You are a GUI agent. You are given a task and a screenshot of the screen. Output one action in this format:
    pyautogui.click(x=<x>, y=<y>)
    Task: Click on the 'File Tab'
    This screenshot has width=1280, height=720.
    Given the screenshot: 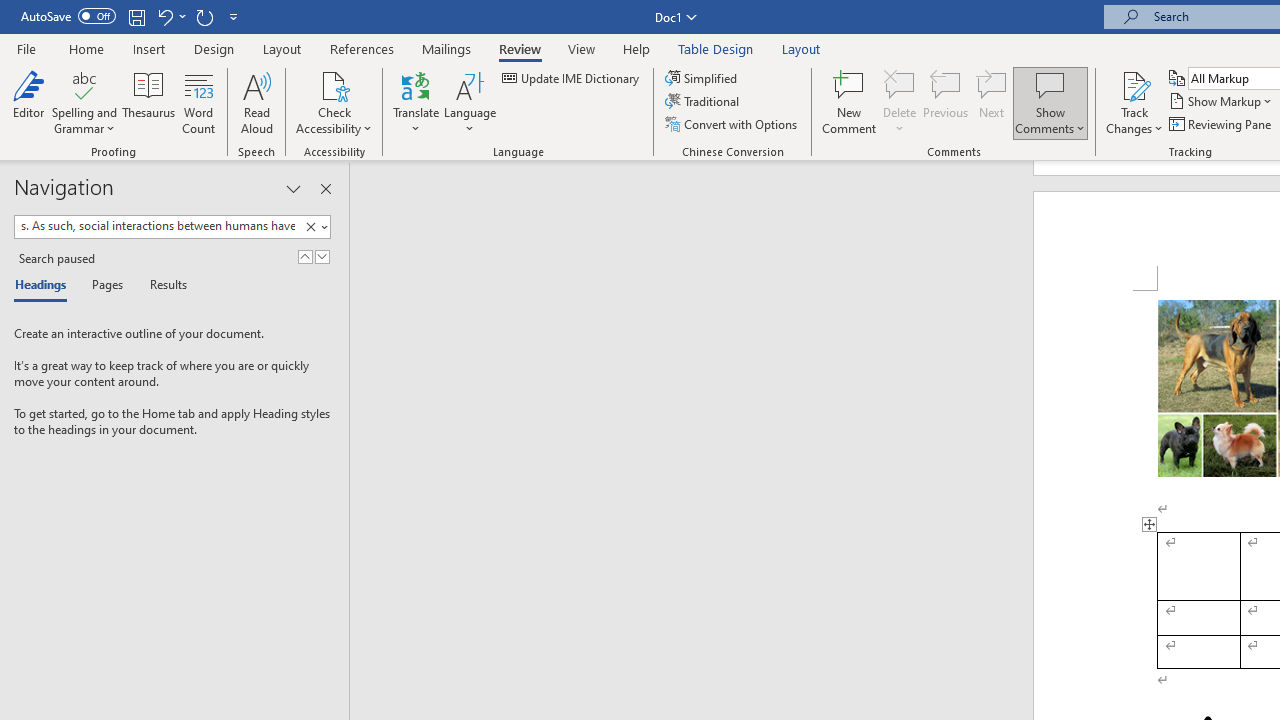 What is the action you would take?
    pyautogui.click(x=26, y=47)
    